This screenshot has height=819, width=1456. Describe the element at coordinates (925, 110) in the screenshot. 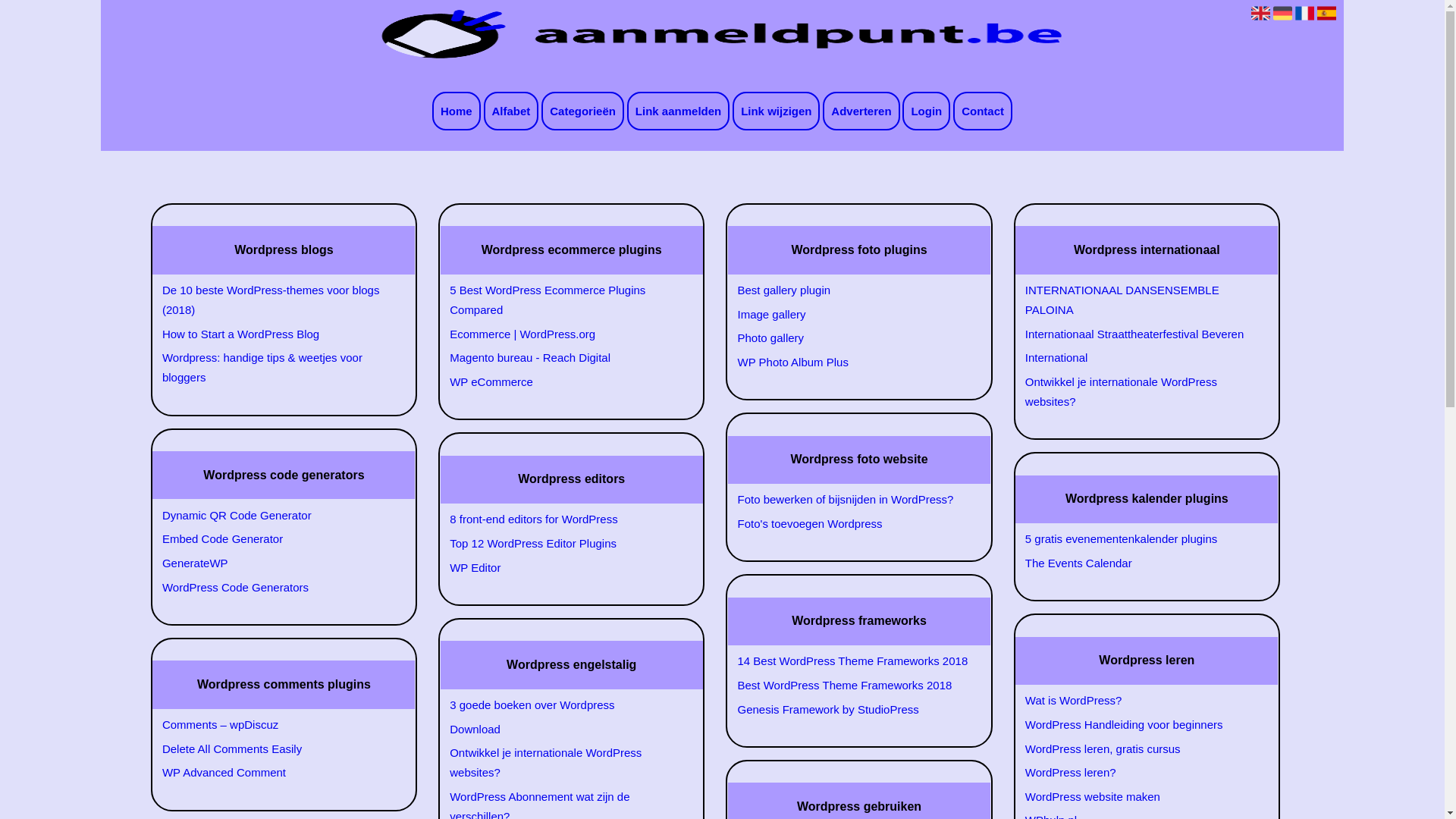

I see `'Login'` at that location.